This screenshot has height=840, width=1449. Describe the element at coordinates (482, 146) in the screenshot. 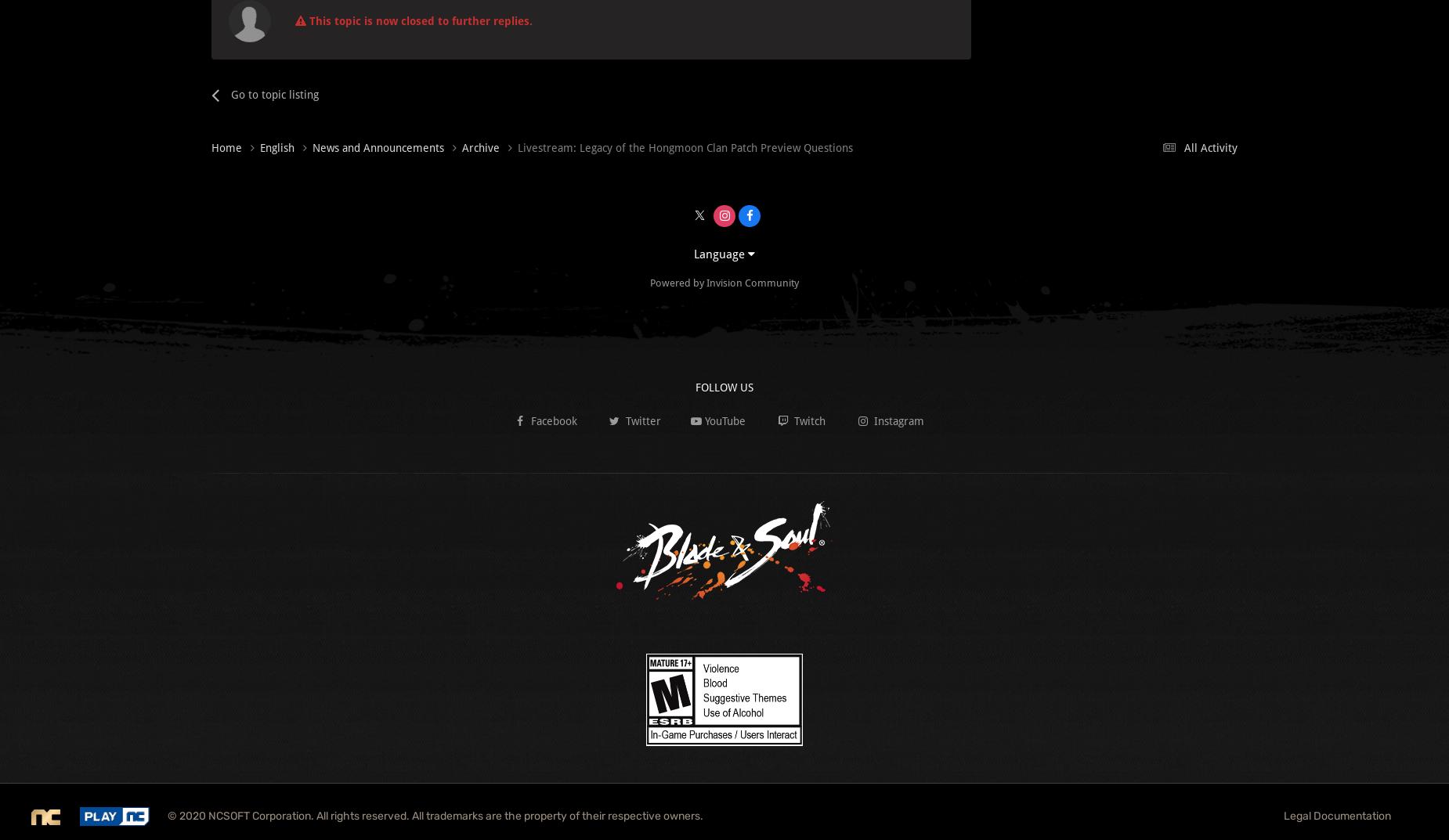

I see `'Archive'` at that location.